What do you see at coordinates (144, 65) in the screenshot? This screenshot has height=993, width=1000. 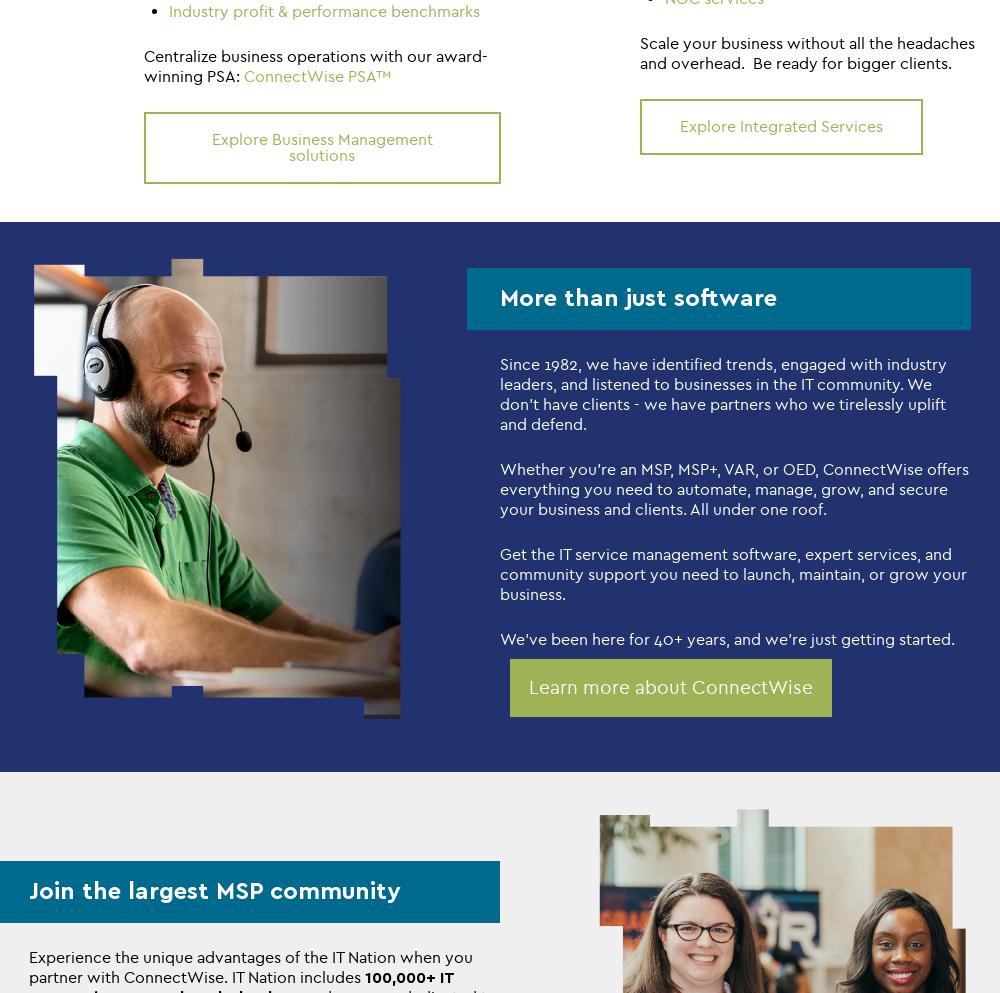 I see `'Centralize business operations with our award-winning PSA:'` at bounding box center [144, 65].